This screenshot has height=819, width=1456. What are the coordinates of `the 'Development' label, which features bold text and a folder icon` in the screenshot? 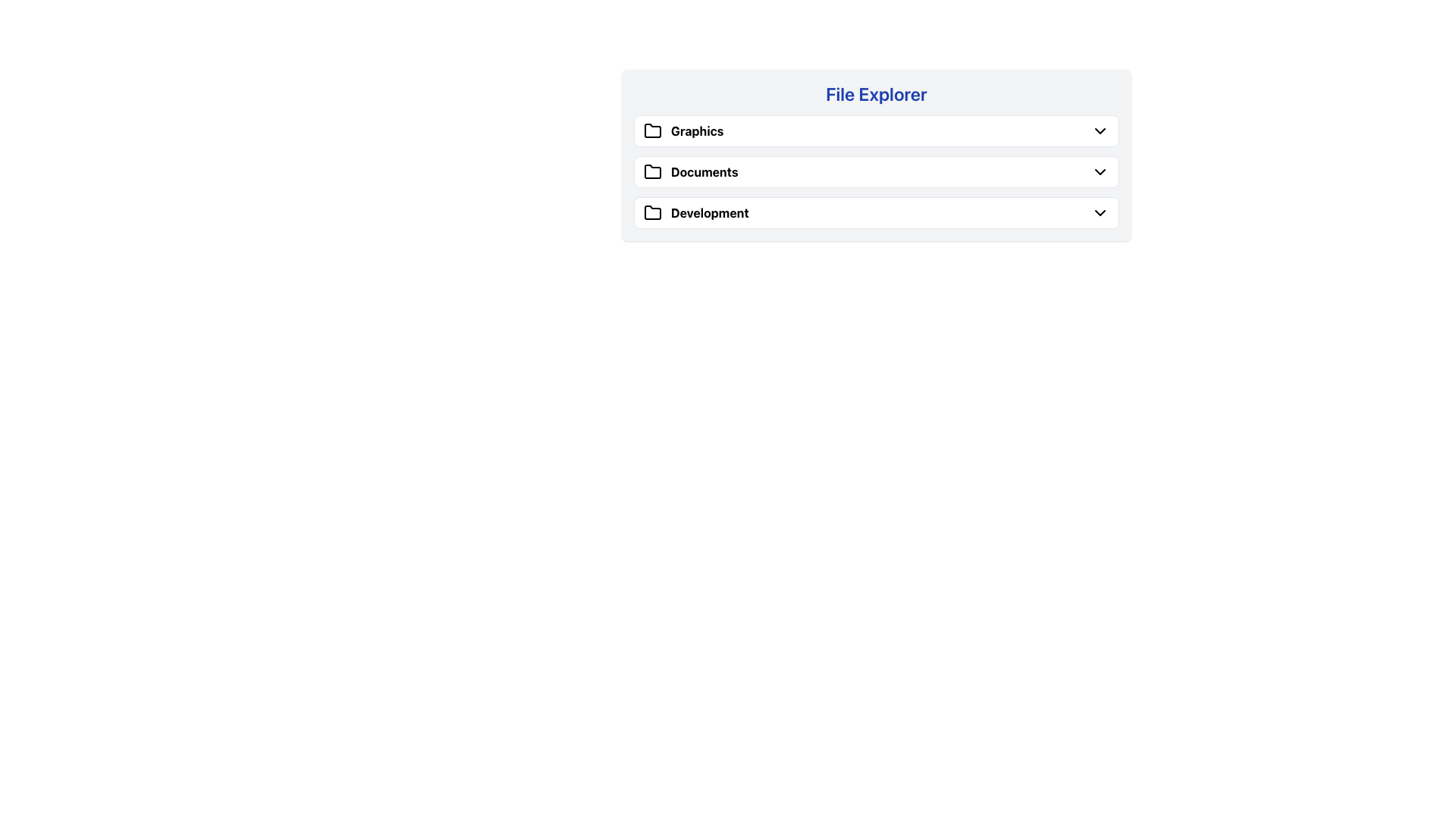 It's located at (695, 213).